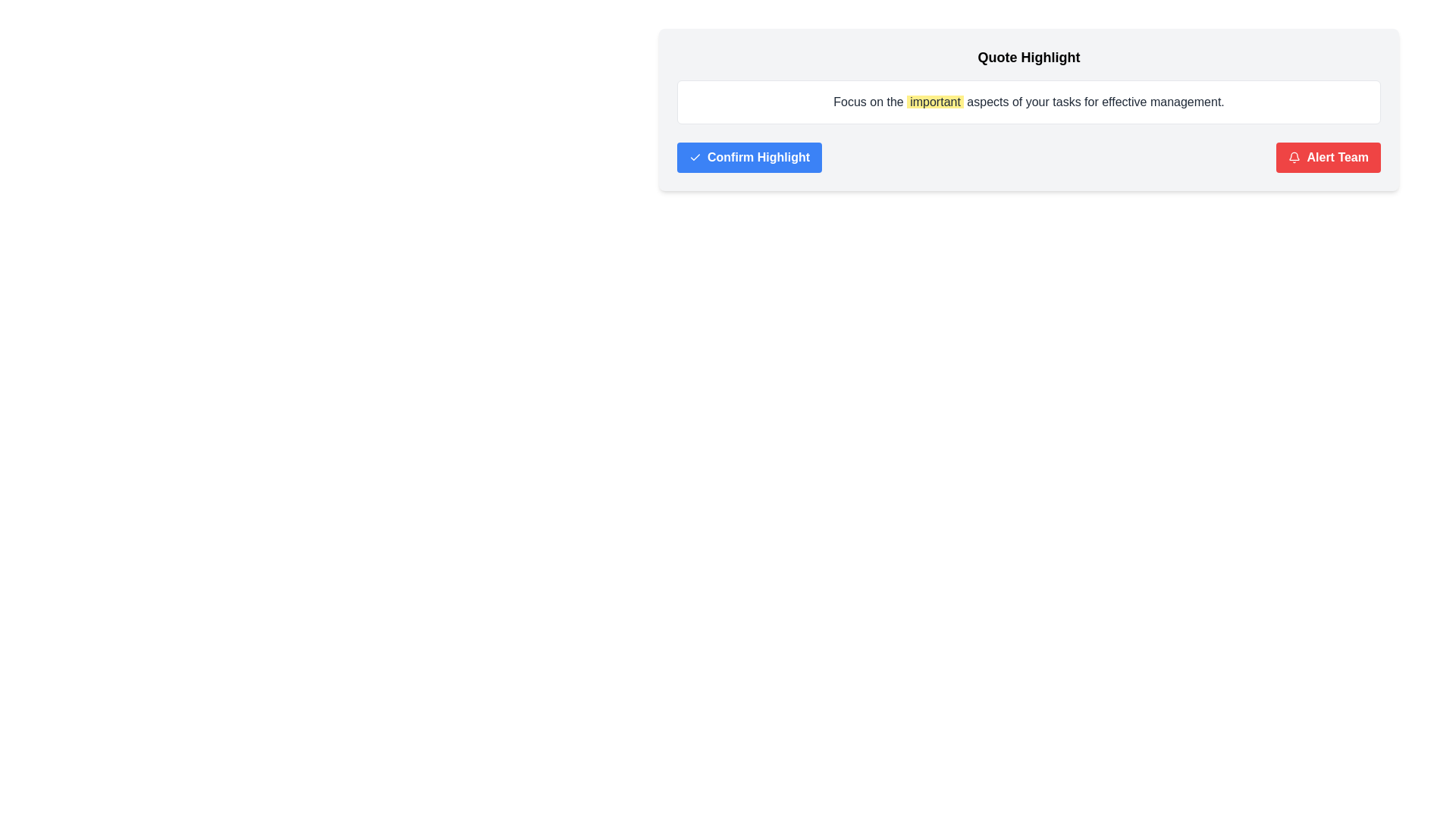 Image resolution: width=1456 pixels, height=819 pixels. I want to click on the bell icon representing notifications located within the 'Alert Team' button on the left side of the text, so click(1294, 158).